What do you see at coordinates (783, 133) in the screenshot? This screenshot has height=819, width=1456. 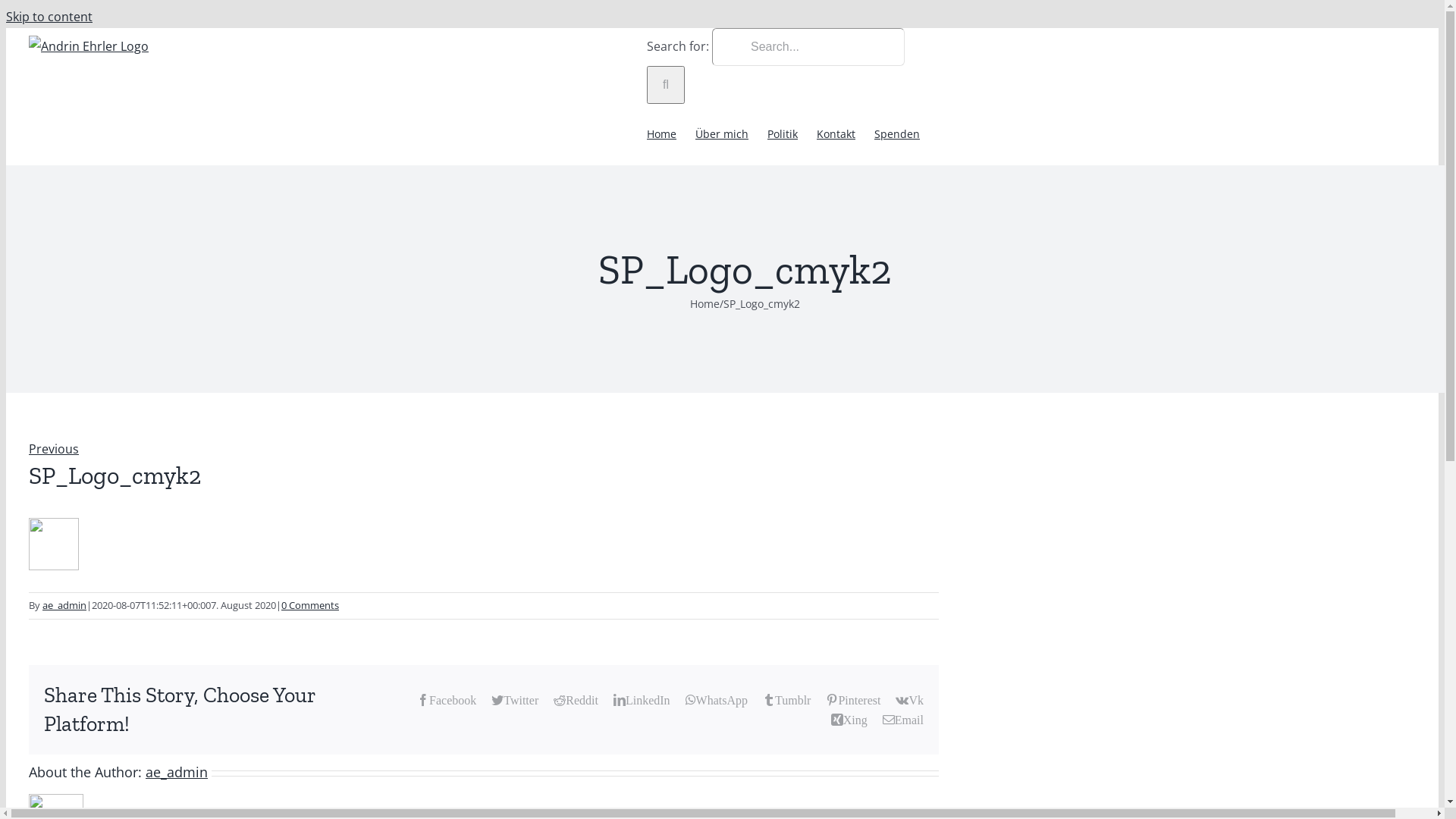 I see `'Politik'` at bounding box center [783, 133].